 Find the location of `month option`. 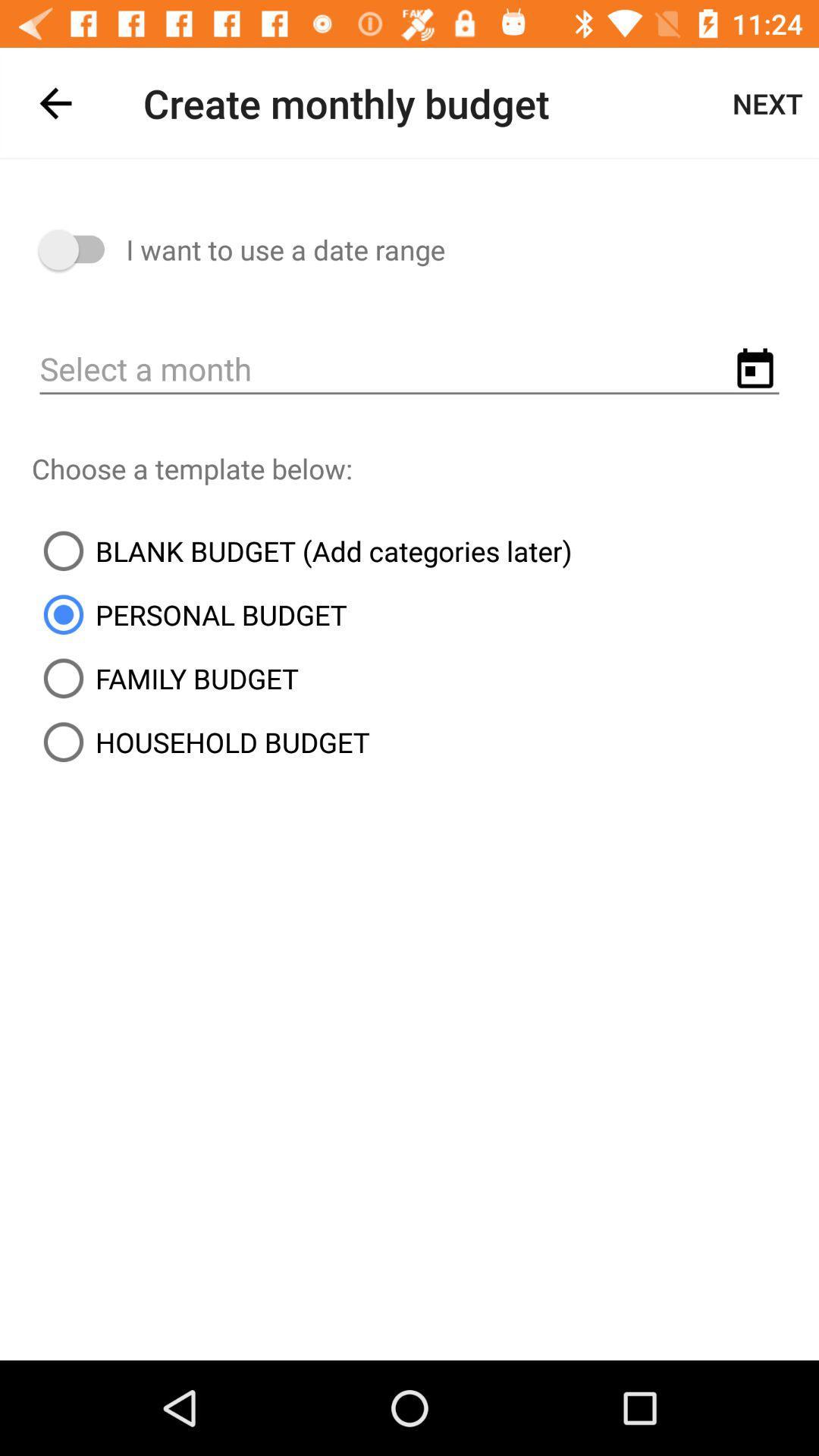

month option is located at coordinates (409, 370).